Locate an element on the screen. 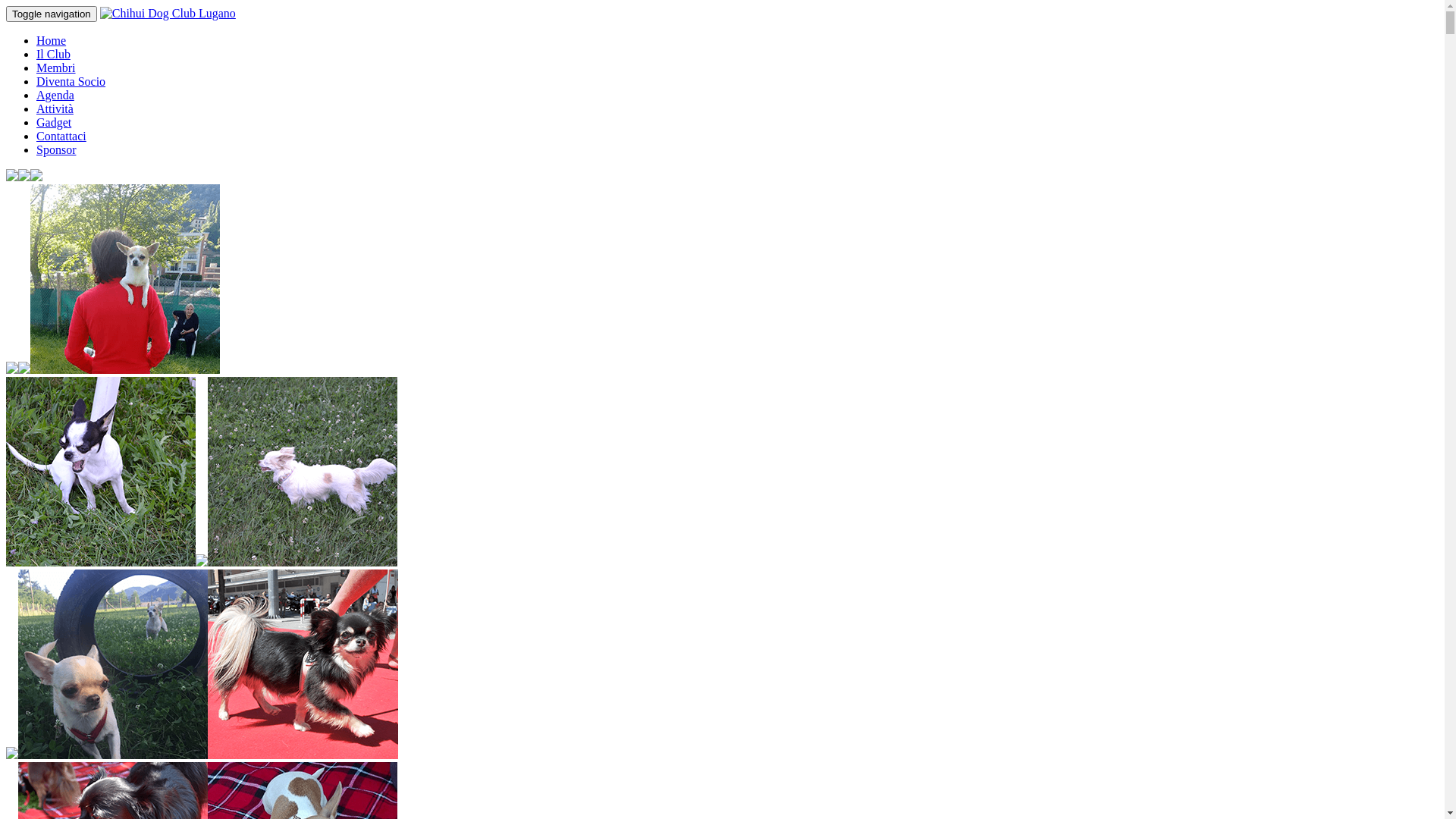 This screenshot has height=819, width=1456. 'Sponsor' is located at coordinates (55, 149).